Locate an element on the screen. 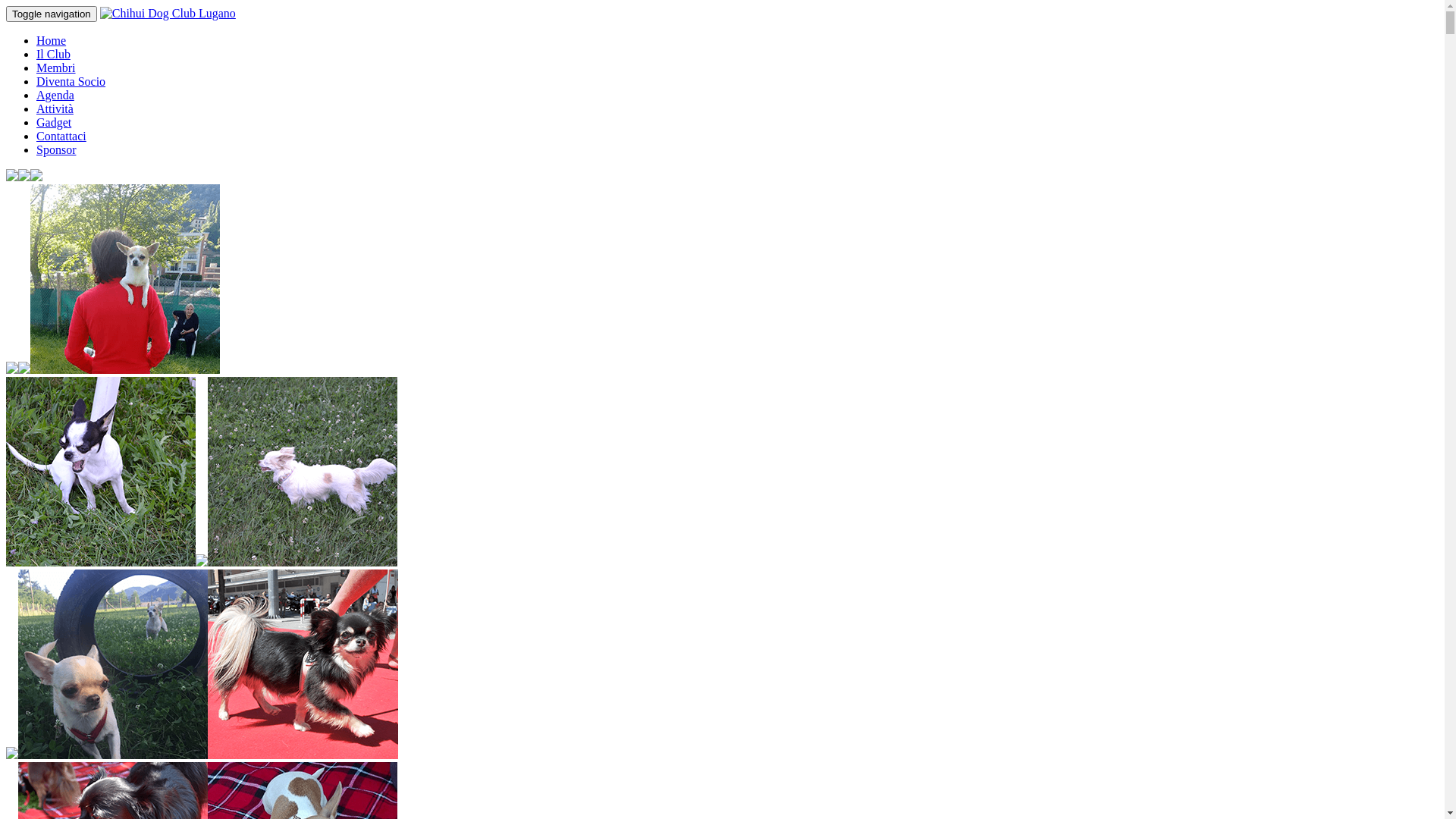 This screenshot has height=819, width=1456. 'Sponsor' is located at coordinates (55, 149).